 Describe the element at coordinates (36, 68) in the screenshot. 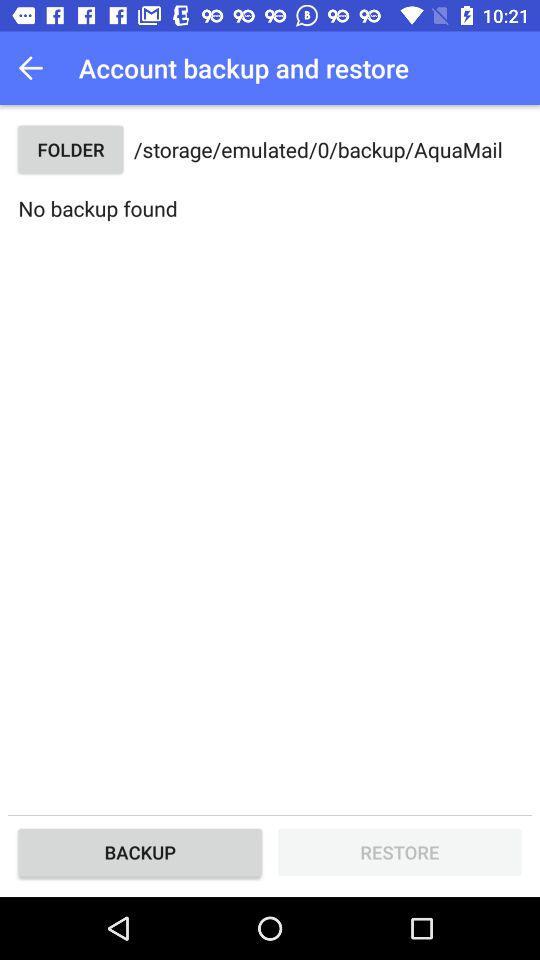

I see `the item next to the account backup and app` at that location.